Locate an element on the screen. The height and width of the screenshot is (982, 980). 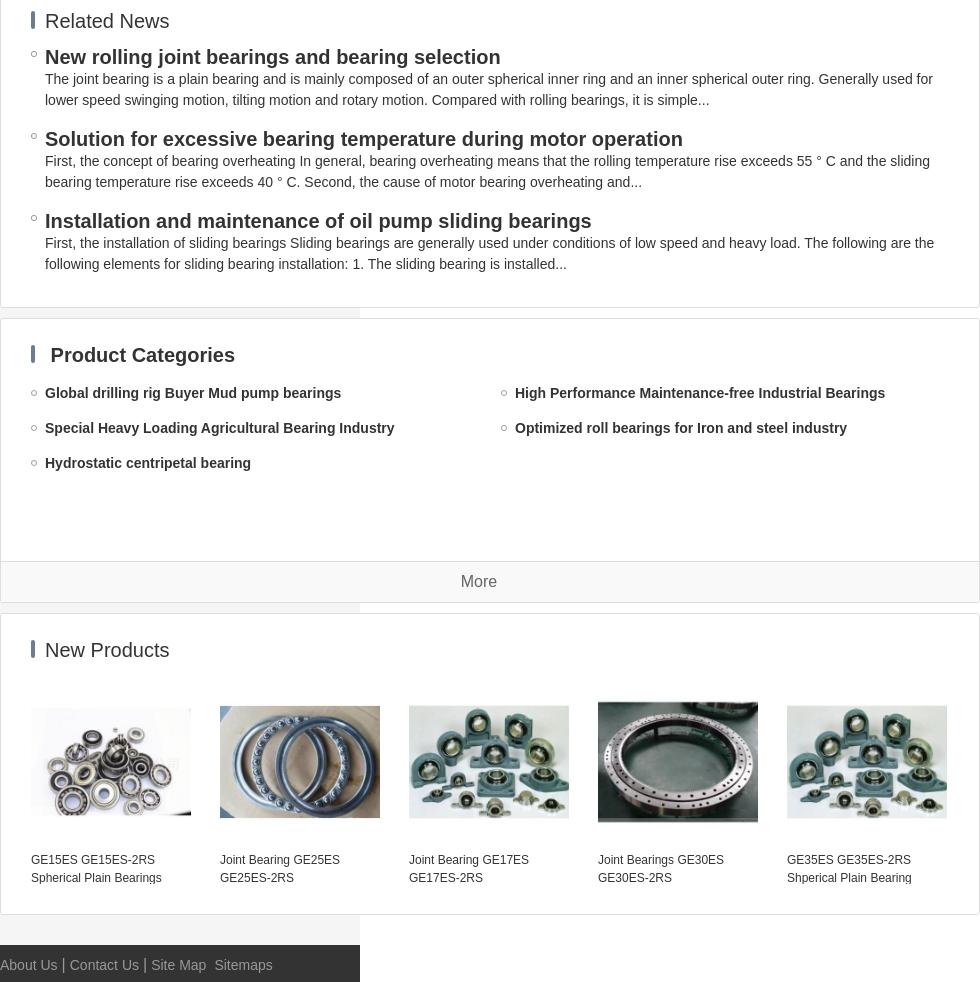
'Optimized roll bearings for Iron and steel industry' is located at coordinates (681, 427).